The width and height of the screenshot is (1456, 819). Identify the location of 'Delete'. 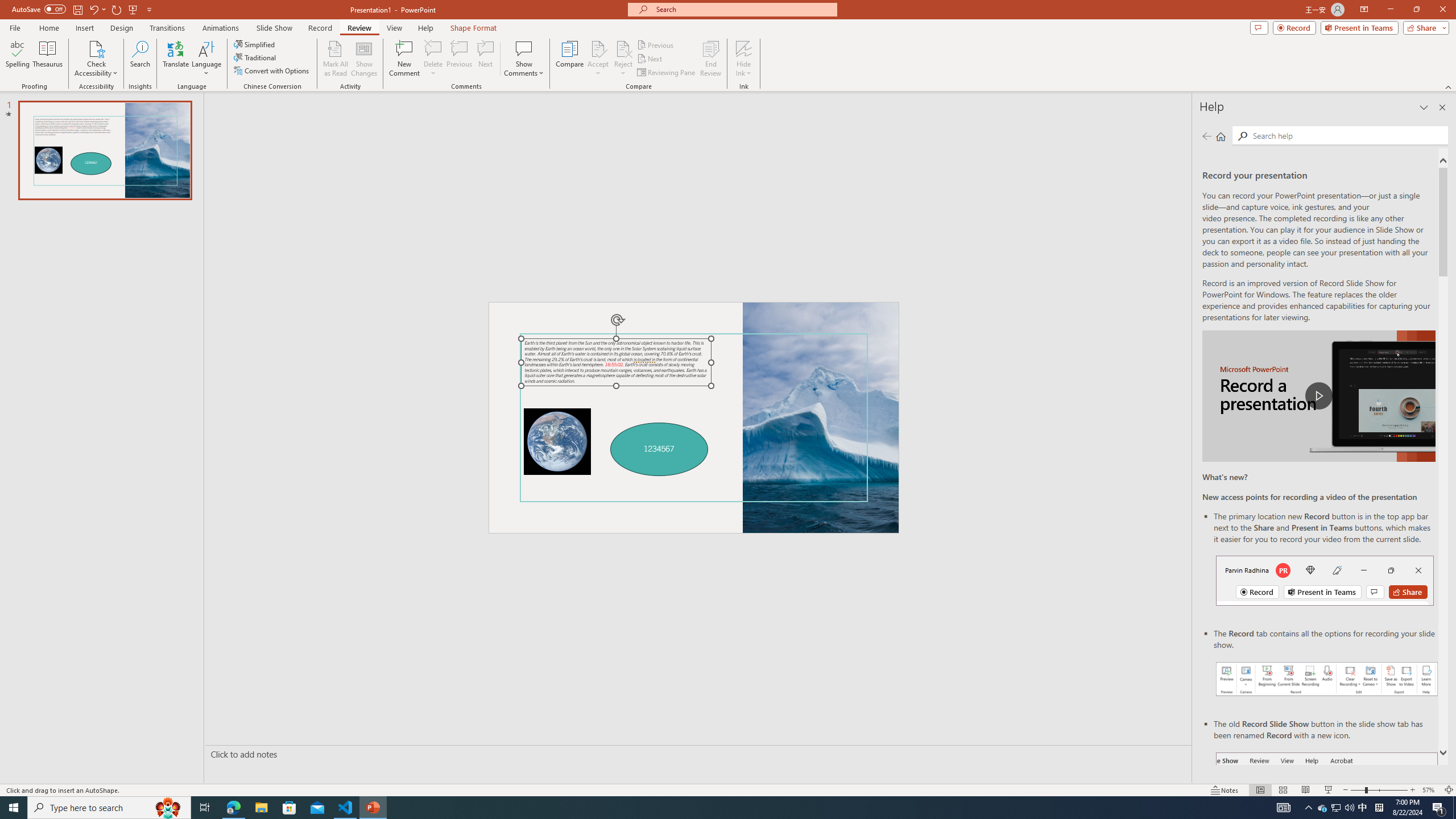
(433, 48).